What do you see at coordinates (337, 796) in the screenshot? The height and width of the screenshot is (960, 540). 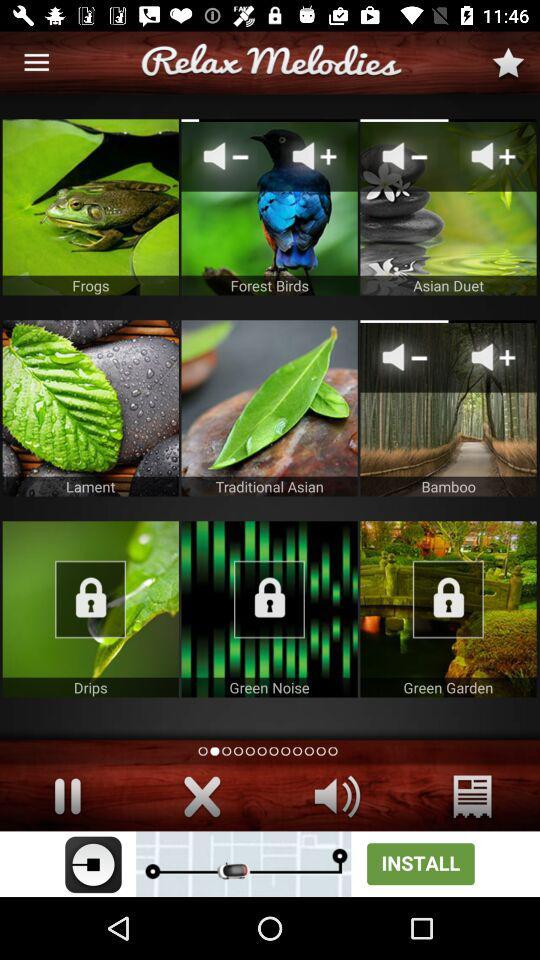 I see `sound option` at bounding box center [337, 796].